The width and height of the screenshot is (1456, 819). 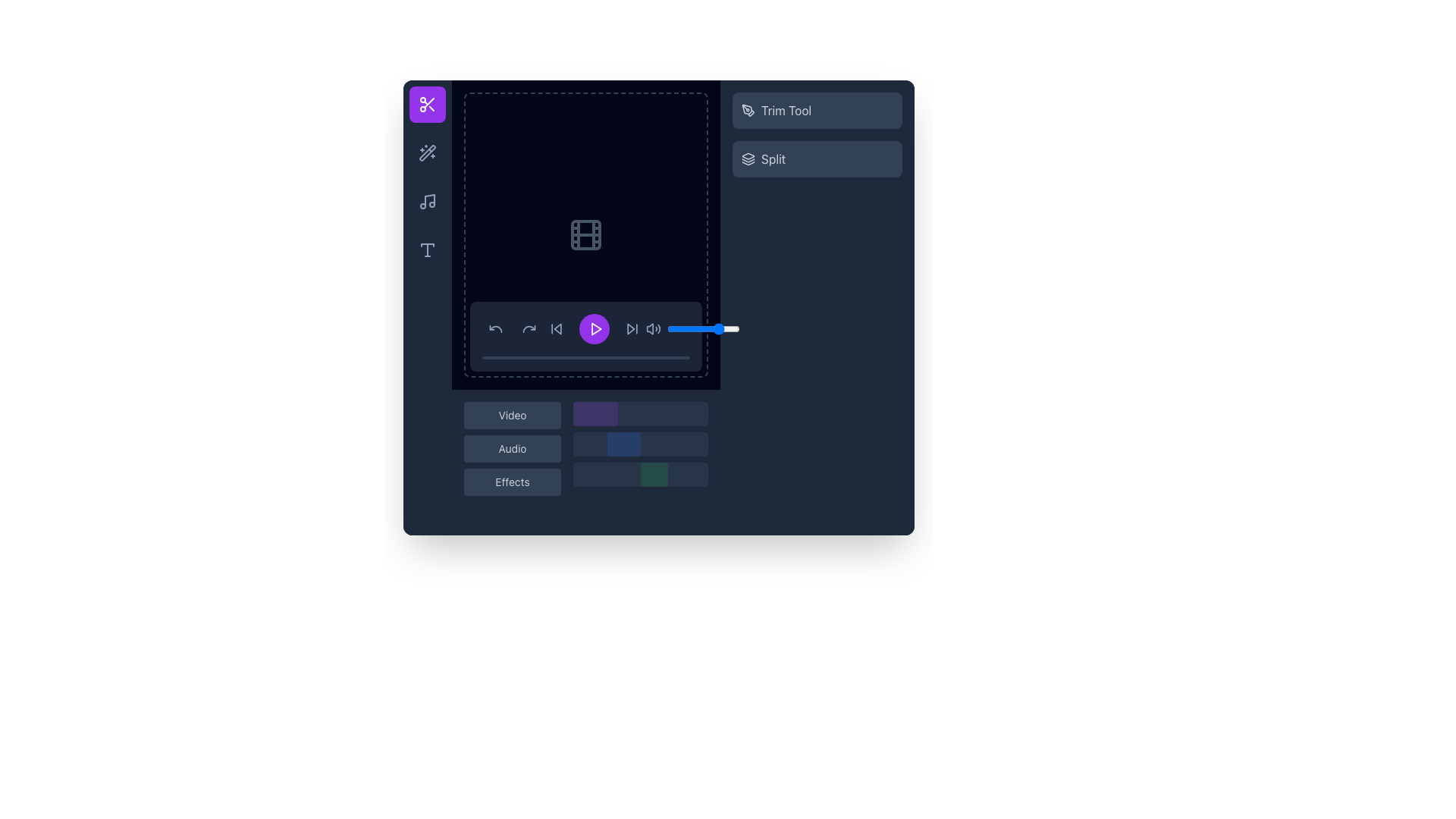 I want to click on the 'Video' button, which is the topmost rectangular button with a dark slate blue background and white text, so click(x=513, y=415).